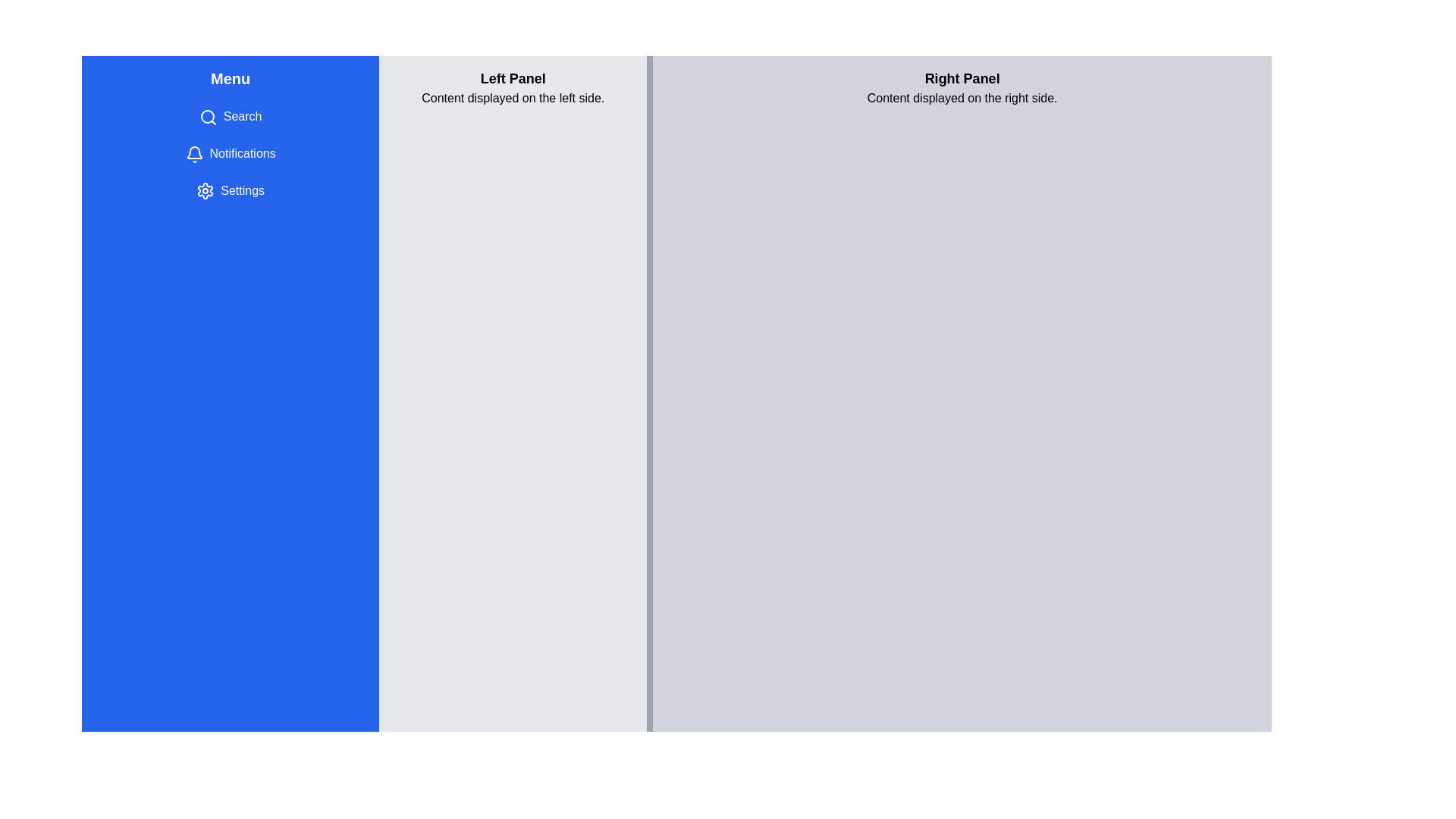  What do you see at coordinates (193, 154) in the screenshot?
I see `the bell icon located within the 'Notifications' button in the left sidebar menu to interact with notifications` at bounding box center [193, 154].